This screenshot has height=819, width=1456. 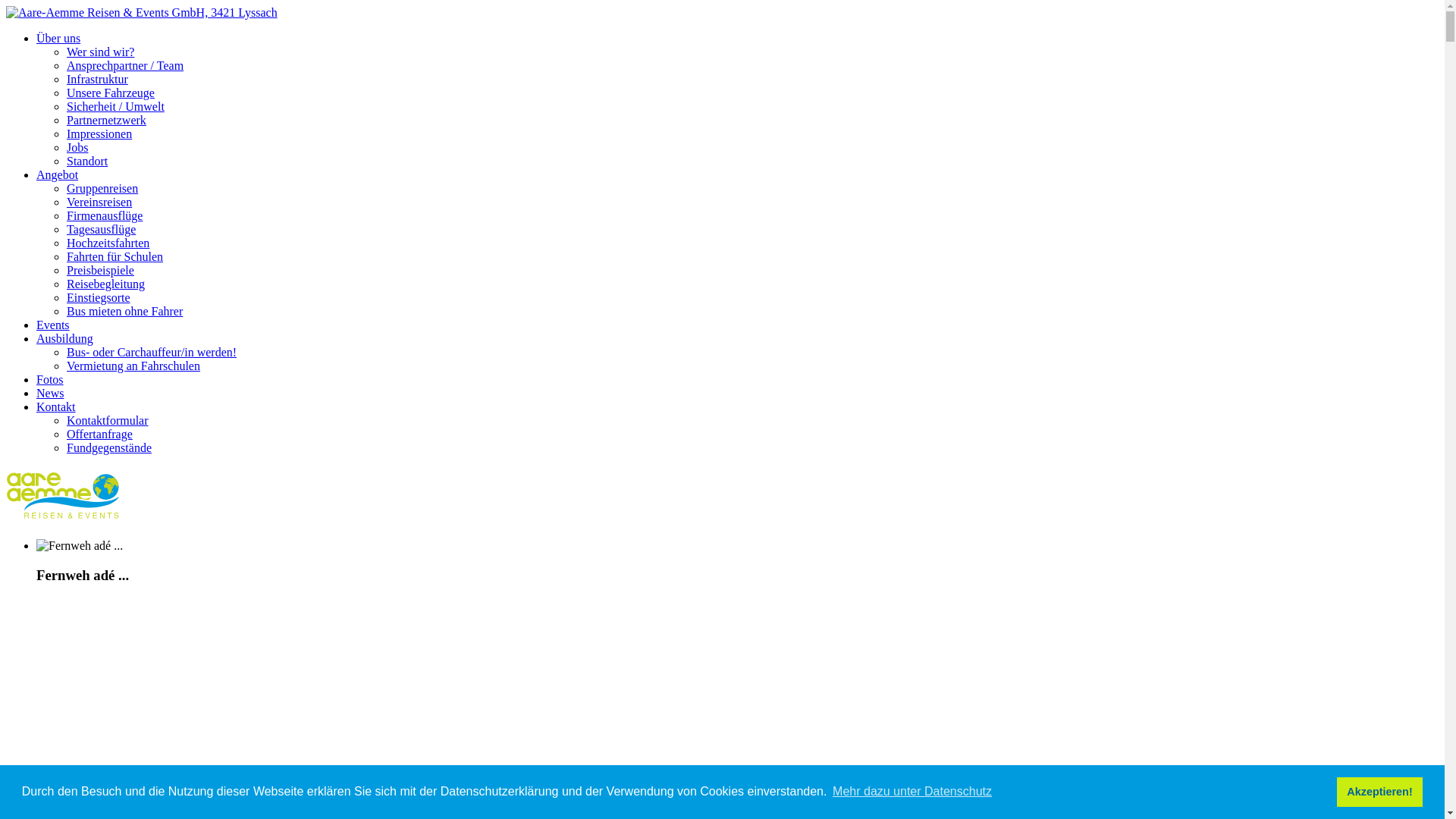 What do you see at coordinates (1379, 791) in the screenshot?
I see `'Akzeptieren!'` at bounding box center [1379, 791].